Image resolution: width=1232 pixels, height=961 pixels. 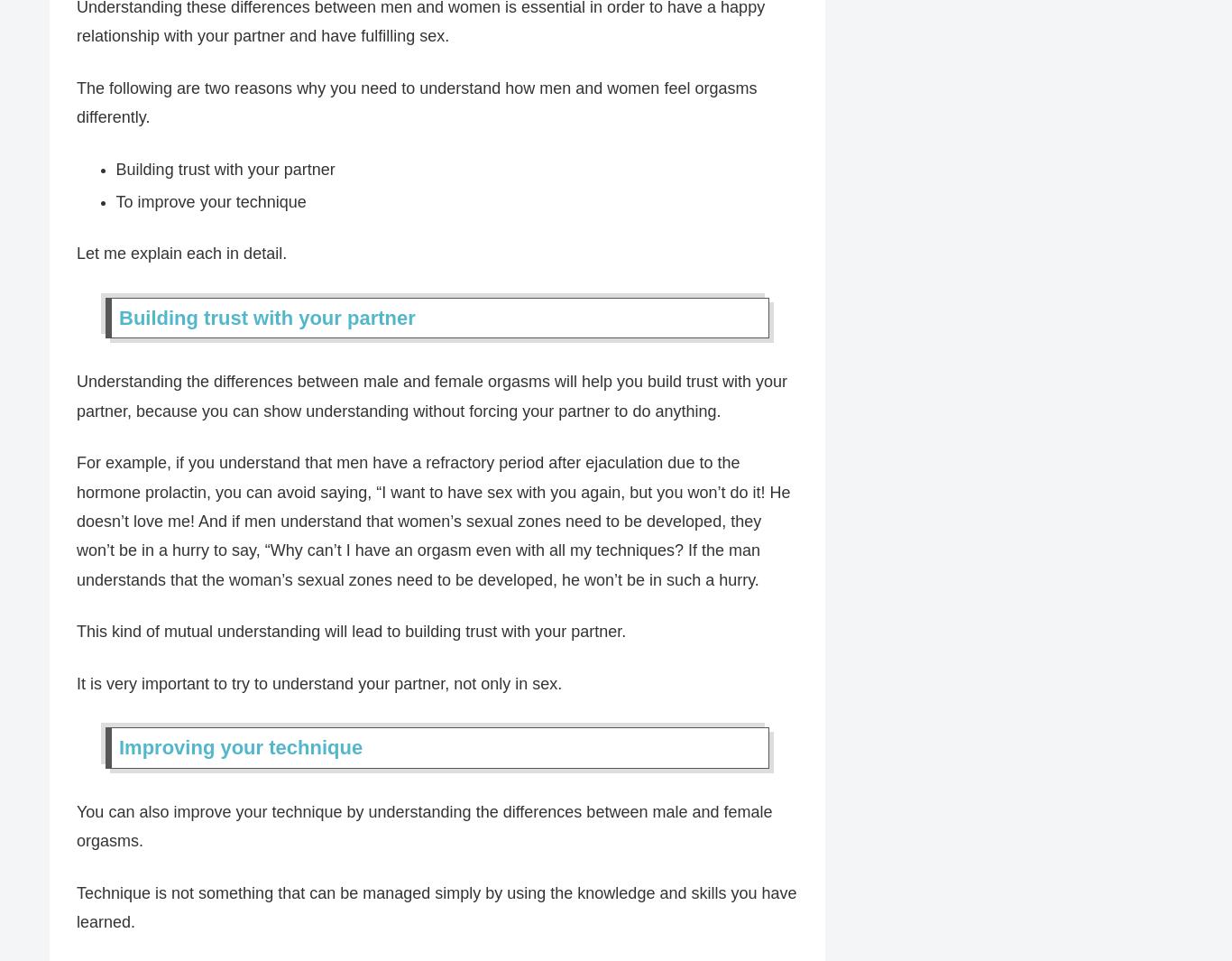 I want to click on 'The following are two reasons why you need to understand how men and women feel orgasms differently.', so click(x=76, y=102).